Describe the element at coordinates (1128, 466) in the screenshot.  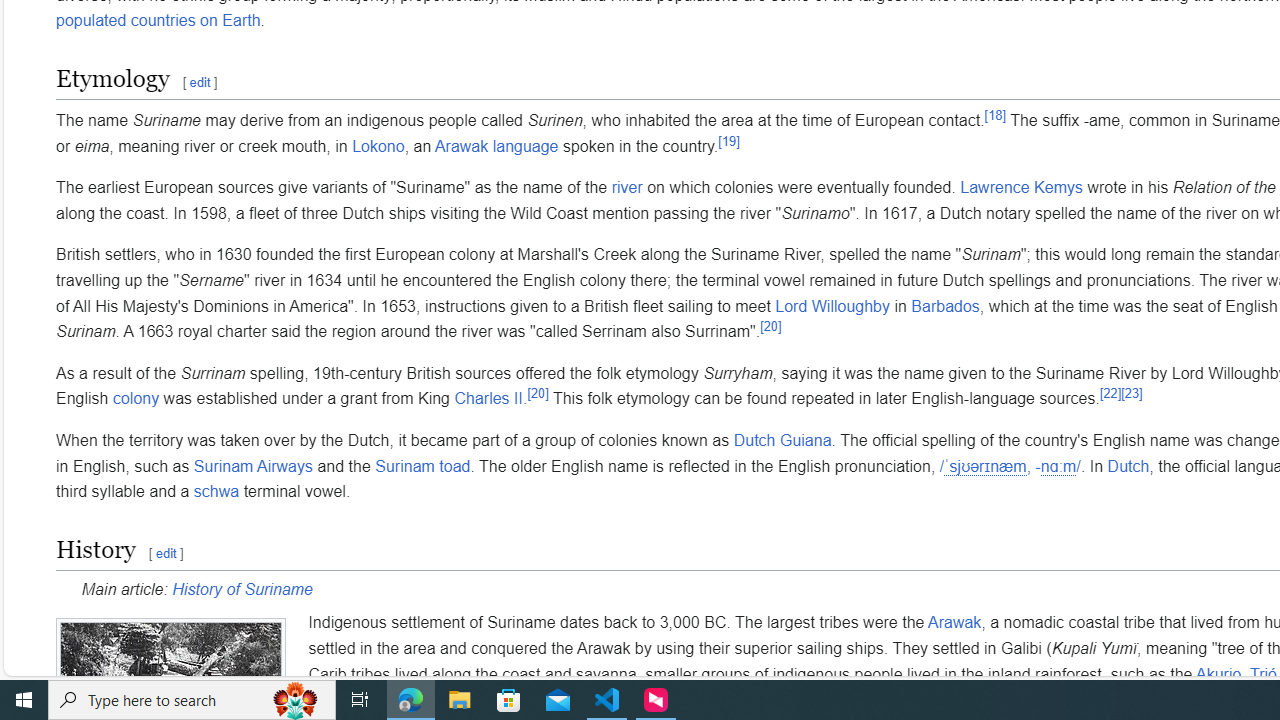
I see `'Dutch'` at that location.